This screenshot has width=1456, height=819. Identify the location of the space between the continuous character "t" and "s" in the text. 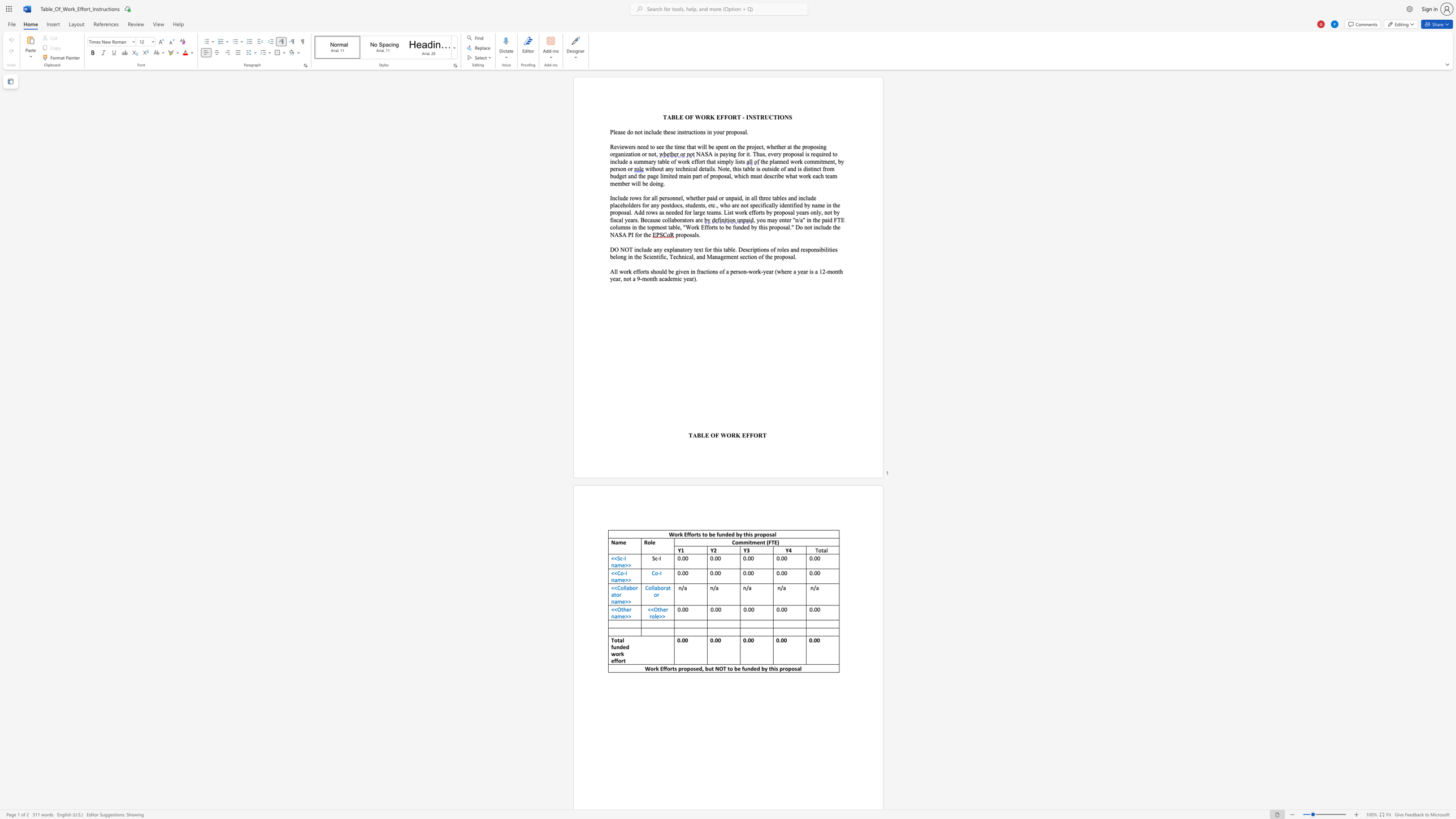
(697, 534).